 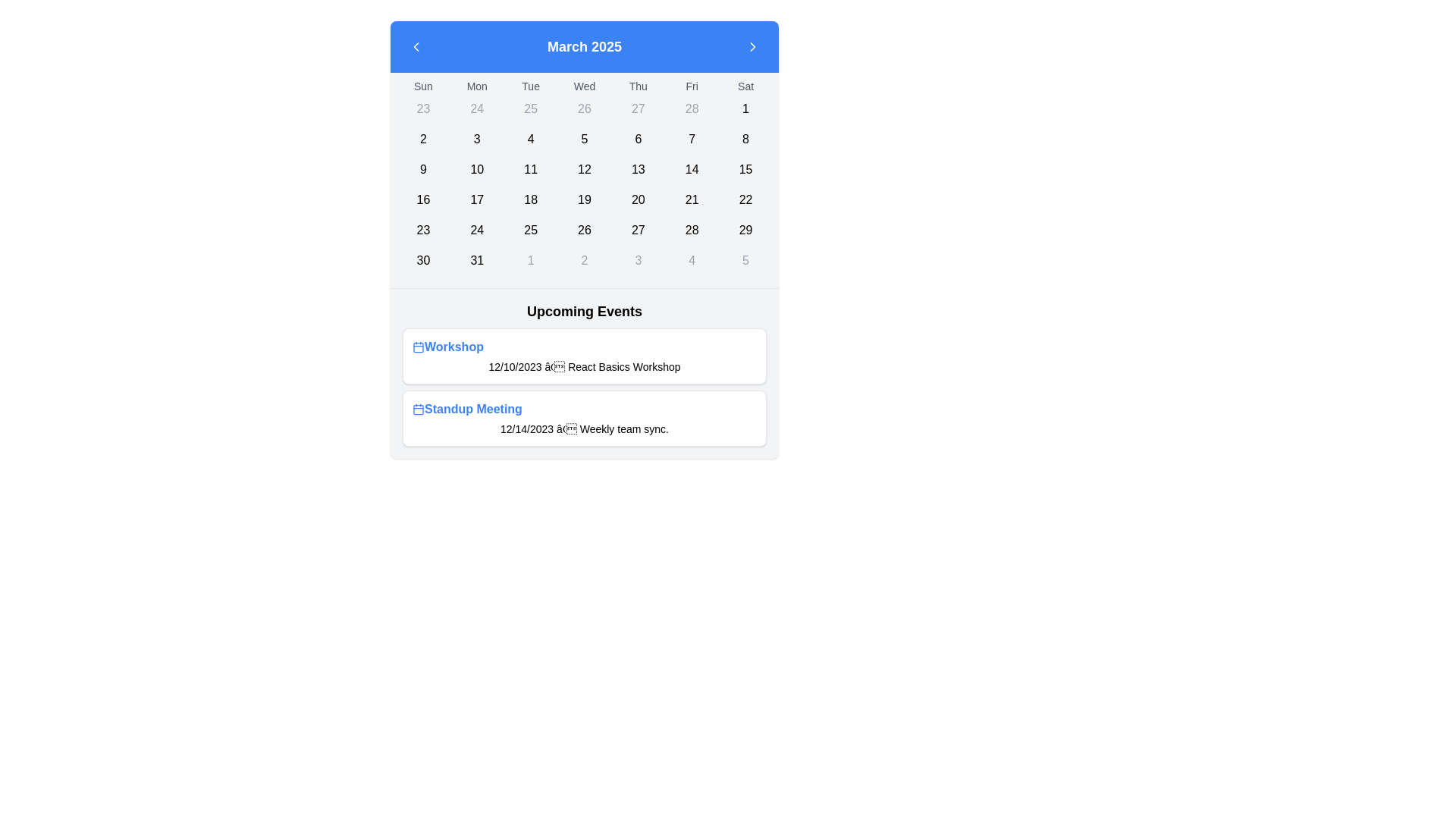 I want to click on the date '27', so click(x=638, y=231).